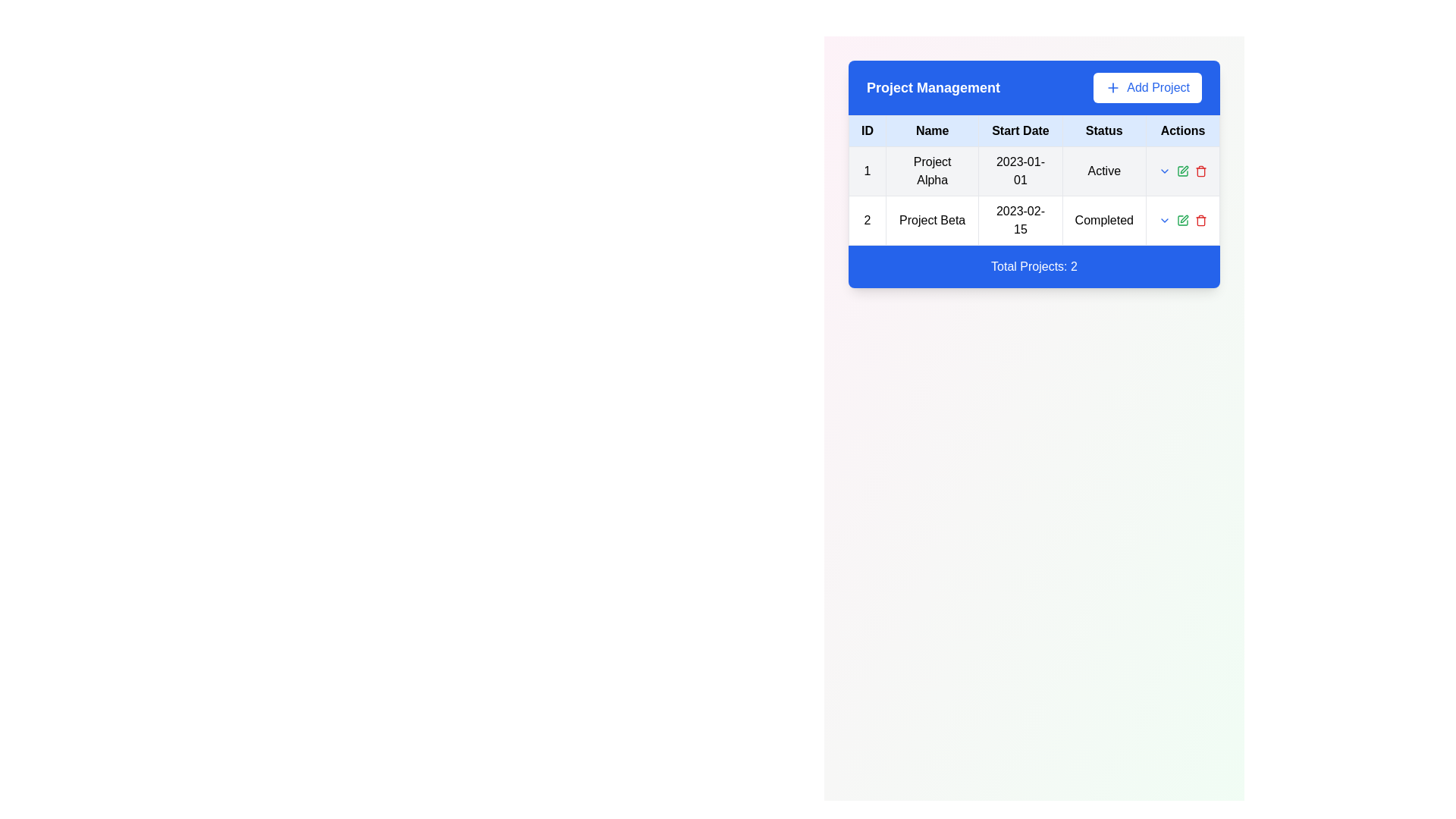 The width and height of the screenshot is (1456, 819). I want to click on the Table Header labeled 'Name', which is the second column header in a table with five columns, located between 'ID' and 'Start Date' headers, and displayed in bold black font on a light blue background, so click(931, 130).